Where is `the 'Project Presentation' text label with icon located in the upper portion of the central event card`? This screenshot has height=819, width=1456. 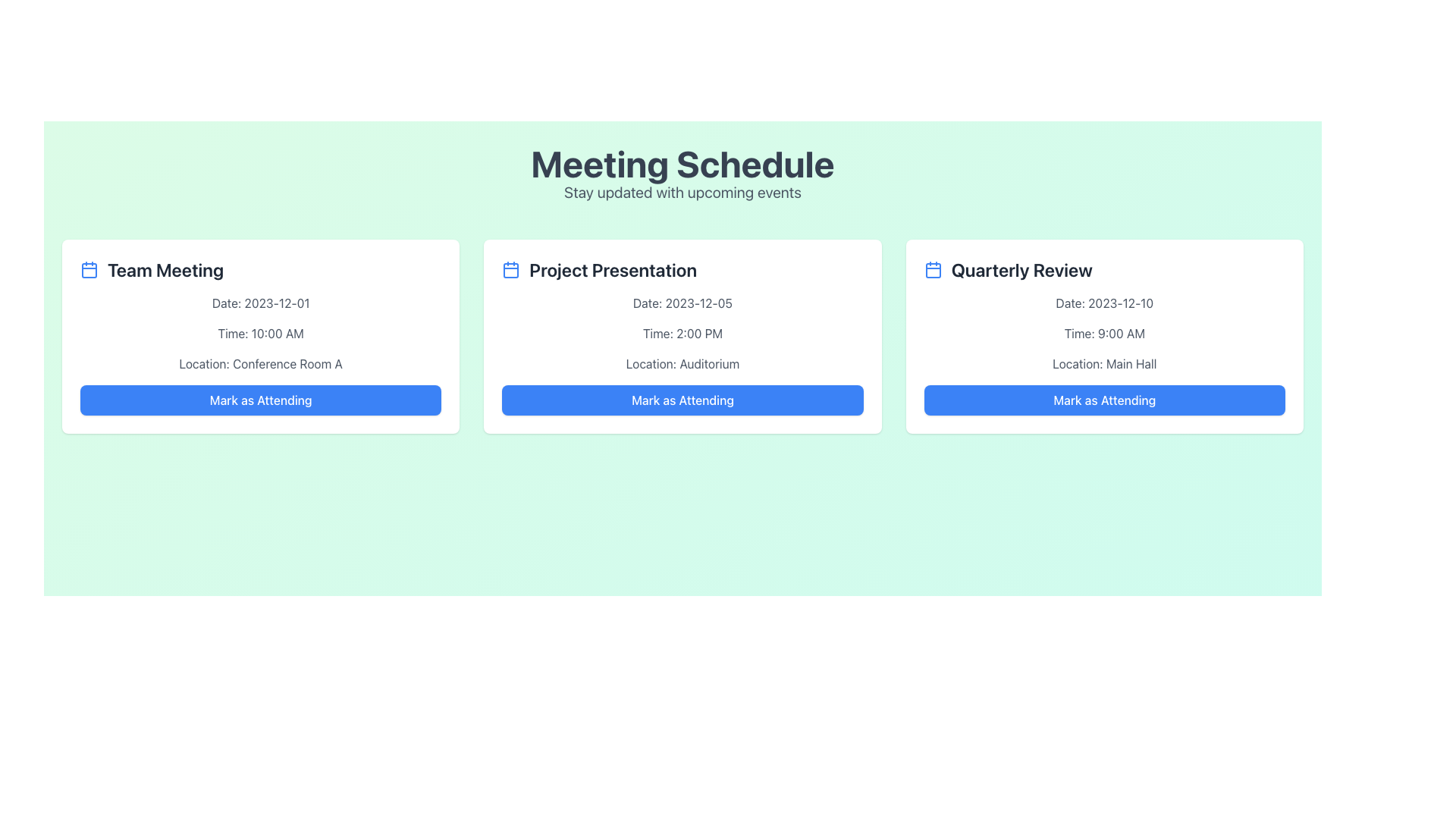
the 'Project Presentation' text label with icon located in the upper portion of the central event card is located at coordinates (682, 268).